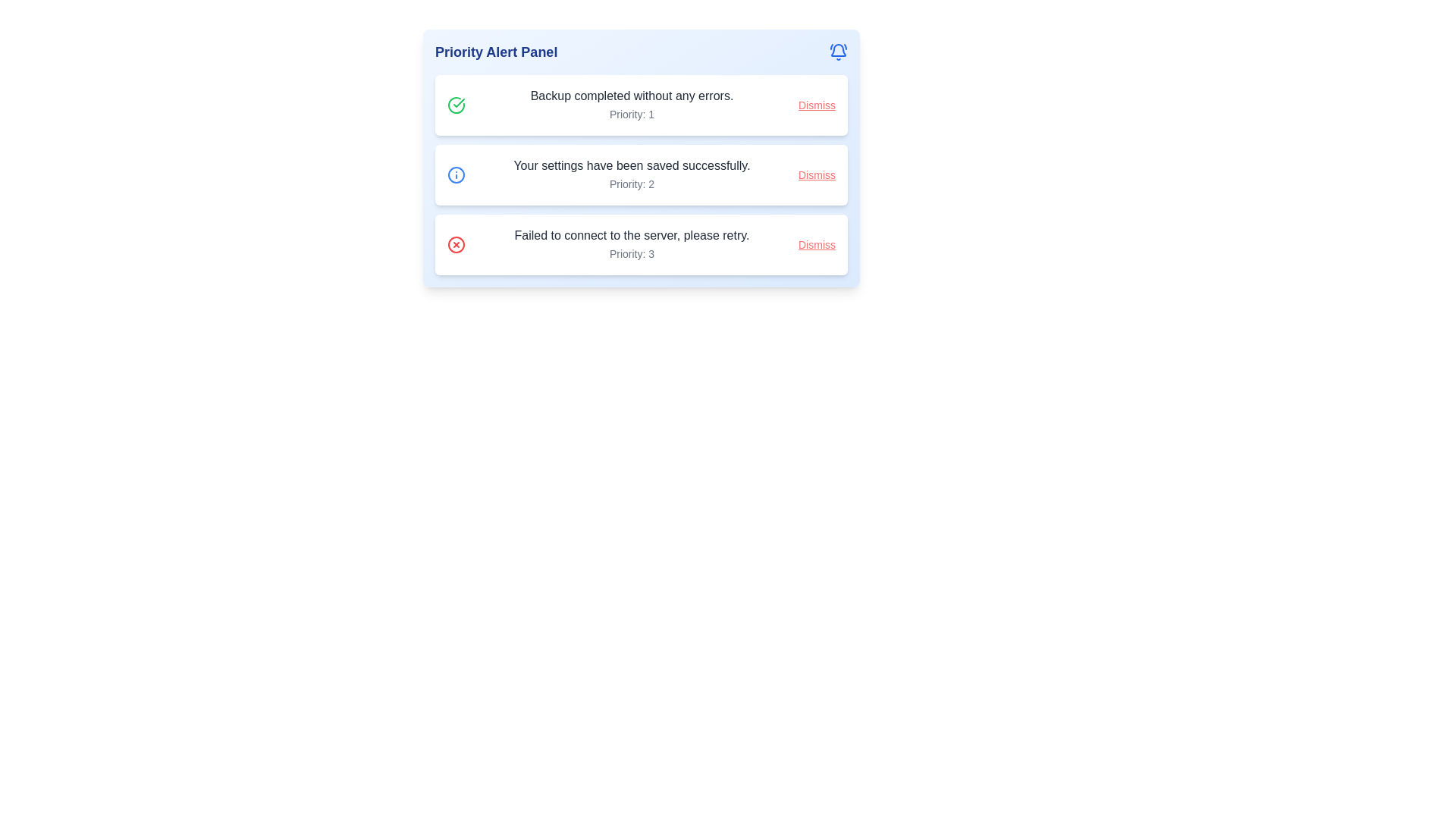 Image resolution: width=1456 pixels, height=819 pixels. What do you see at coordinates (632, 244) in the screenshot?
I see `notification message indicating a failed server connection located in the third row of the notification panel, below the saved settings message and above the dismissal button` at bounding box center [632, 244].